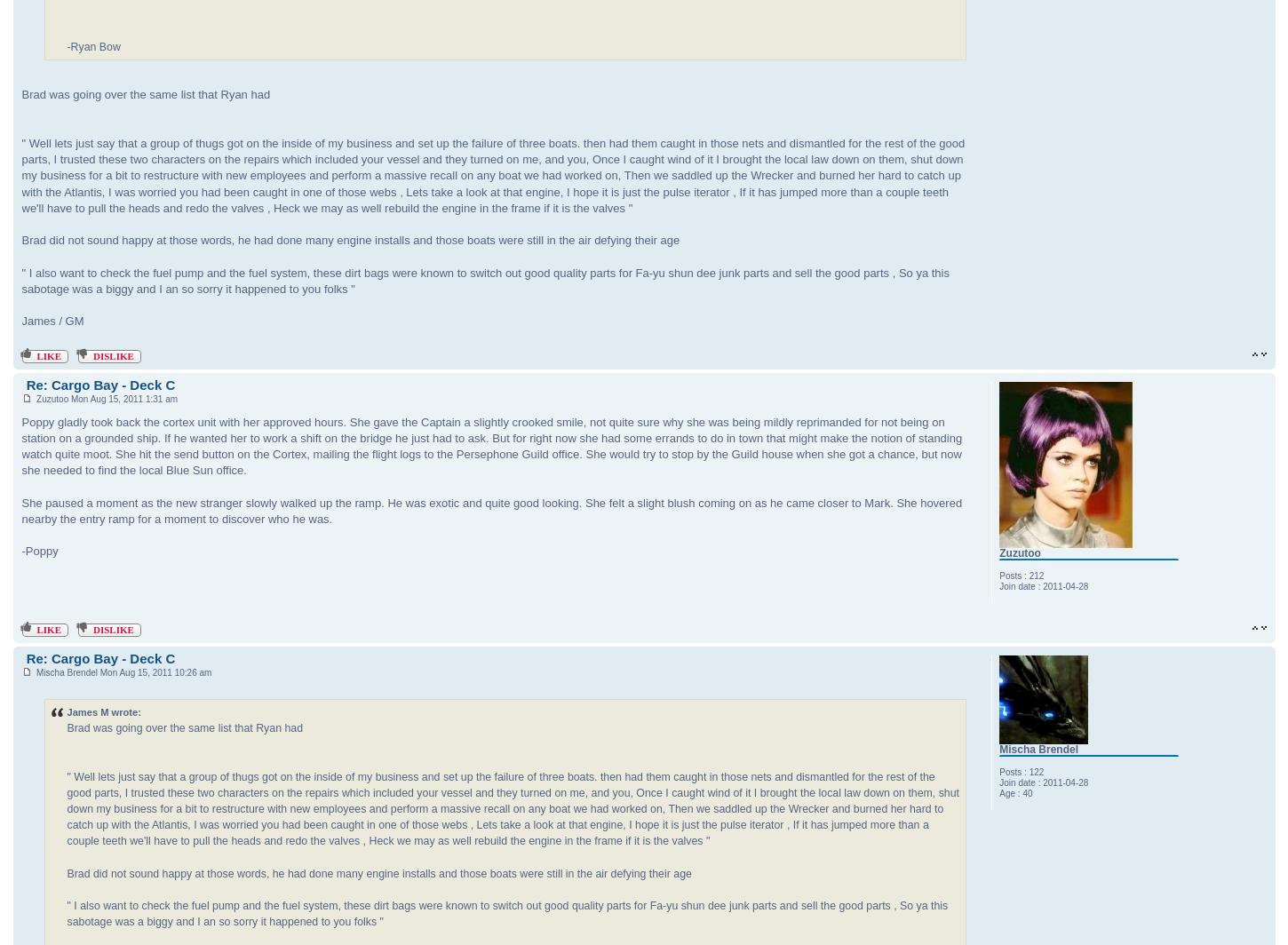 This screenshot has width=1288, height=945. What do you see at coordinates (491, 445) in the screenshot?
I see `'Poppy gladly took back the cortex unit with her approved hours. She gave the Captain a slightly crooked smile, not quite sure why she was being mildly reprimanded for not being on station on a grounded ship. If he wanted her to work a shift on the bridge he just had to ask. But for right now she had some errands to do in town that might make the notion of standing watch quite moot. She hit the send button on the Cortex, mailing the flight logs to the Persephone Guild office. She would try to stop by the Guild house when she got a chance, but now she needed to find the local Blue Sun office.'` at bounding box center [491, 445].